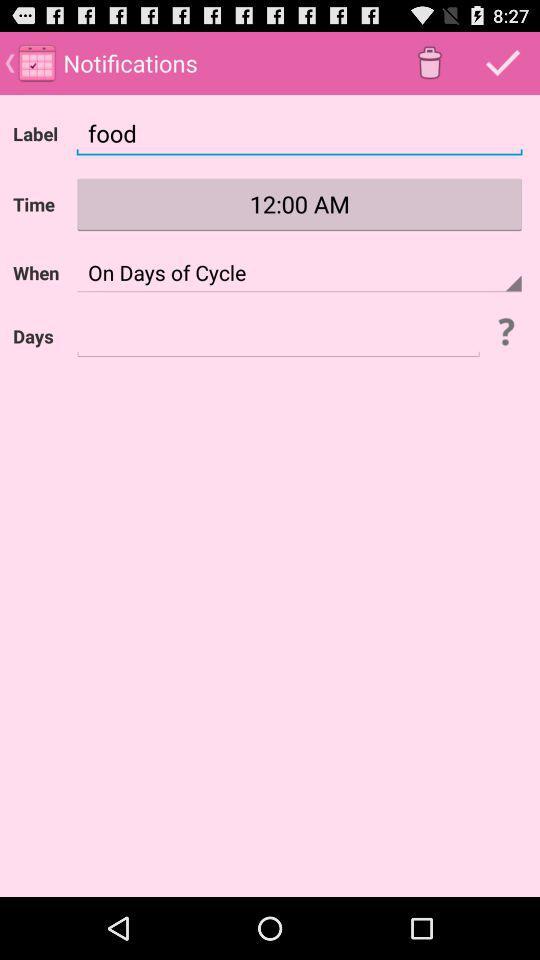 This screenshot has height=960, width=540. I want to click on number of days, so click(277, 336).